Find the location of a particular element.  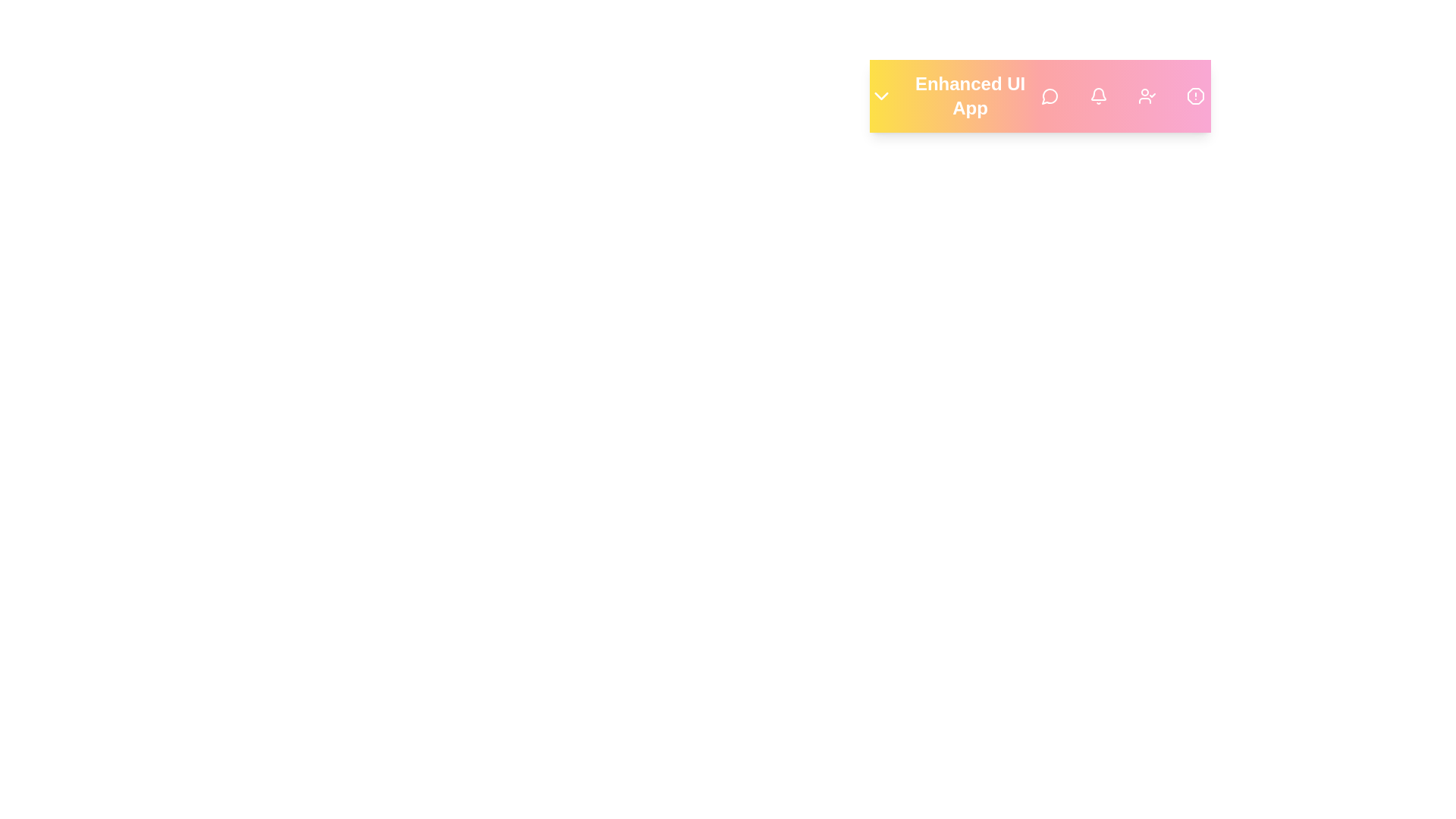

the 'Profile' button to access user profile settings is located at coordinates (1147, 96).